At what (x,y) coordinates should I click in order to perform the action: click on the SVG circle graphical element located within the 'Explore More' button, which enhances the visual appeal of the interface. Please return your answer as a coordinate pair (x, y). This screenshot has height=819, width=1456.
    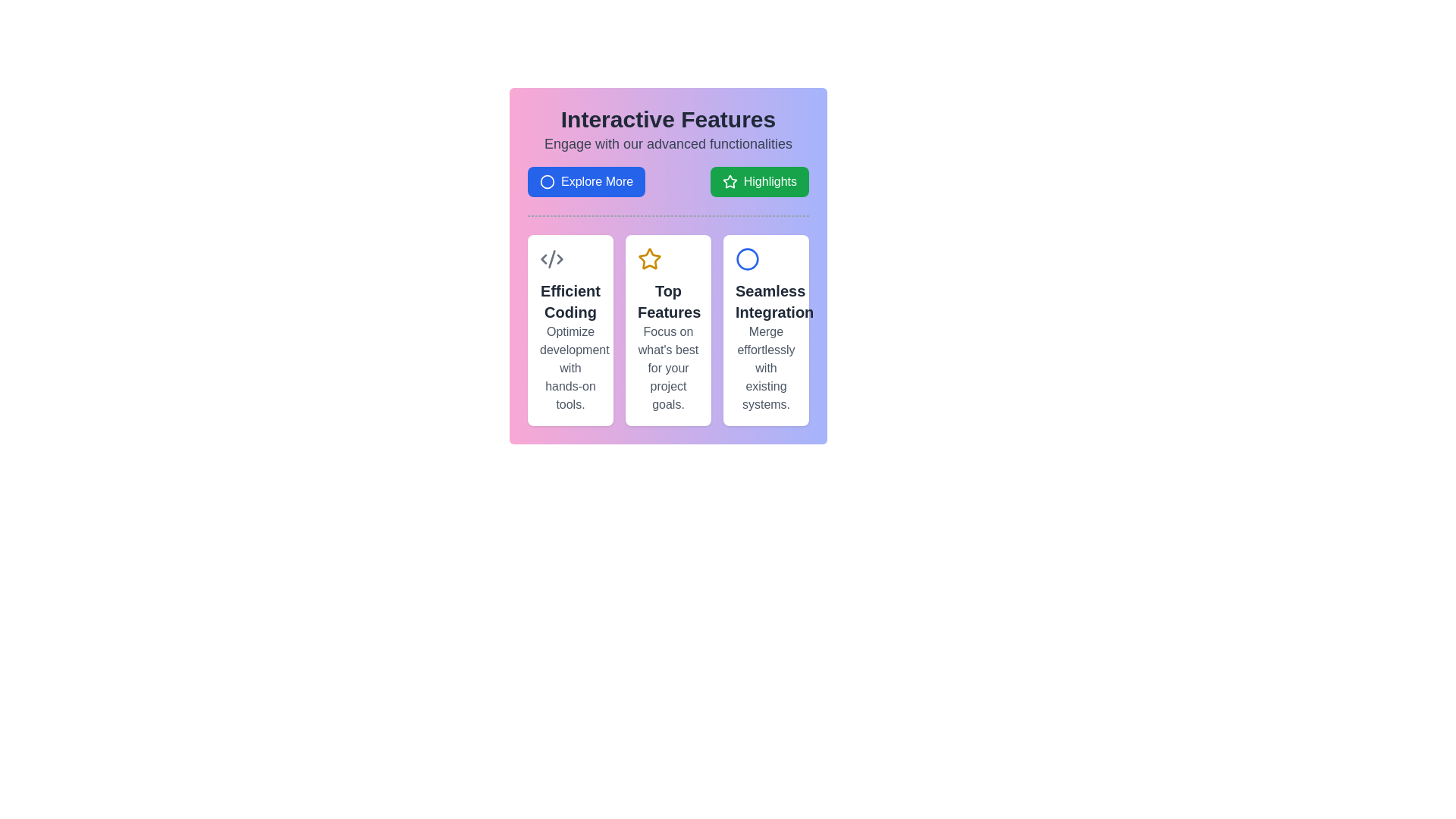
    Looking at the image, I should click on (546, 180).